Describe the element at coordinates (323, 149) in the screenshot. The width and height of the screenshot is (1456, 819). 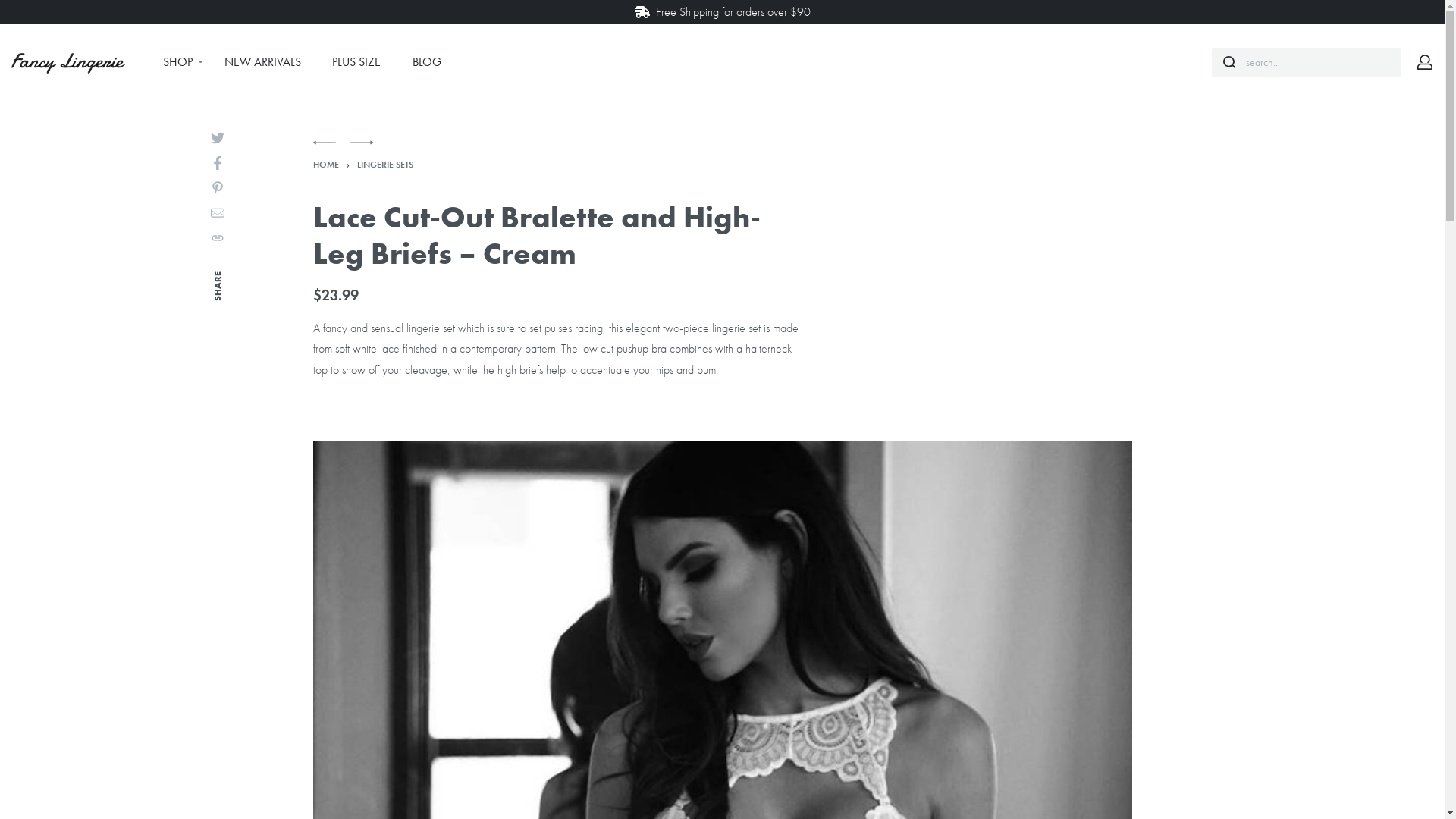
I see `'Red High-waisted Panties with Corset-style Lacing'` at that location.